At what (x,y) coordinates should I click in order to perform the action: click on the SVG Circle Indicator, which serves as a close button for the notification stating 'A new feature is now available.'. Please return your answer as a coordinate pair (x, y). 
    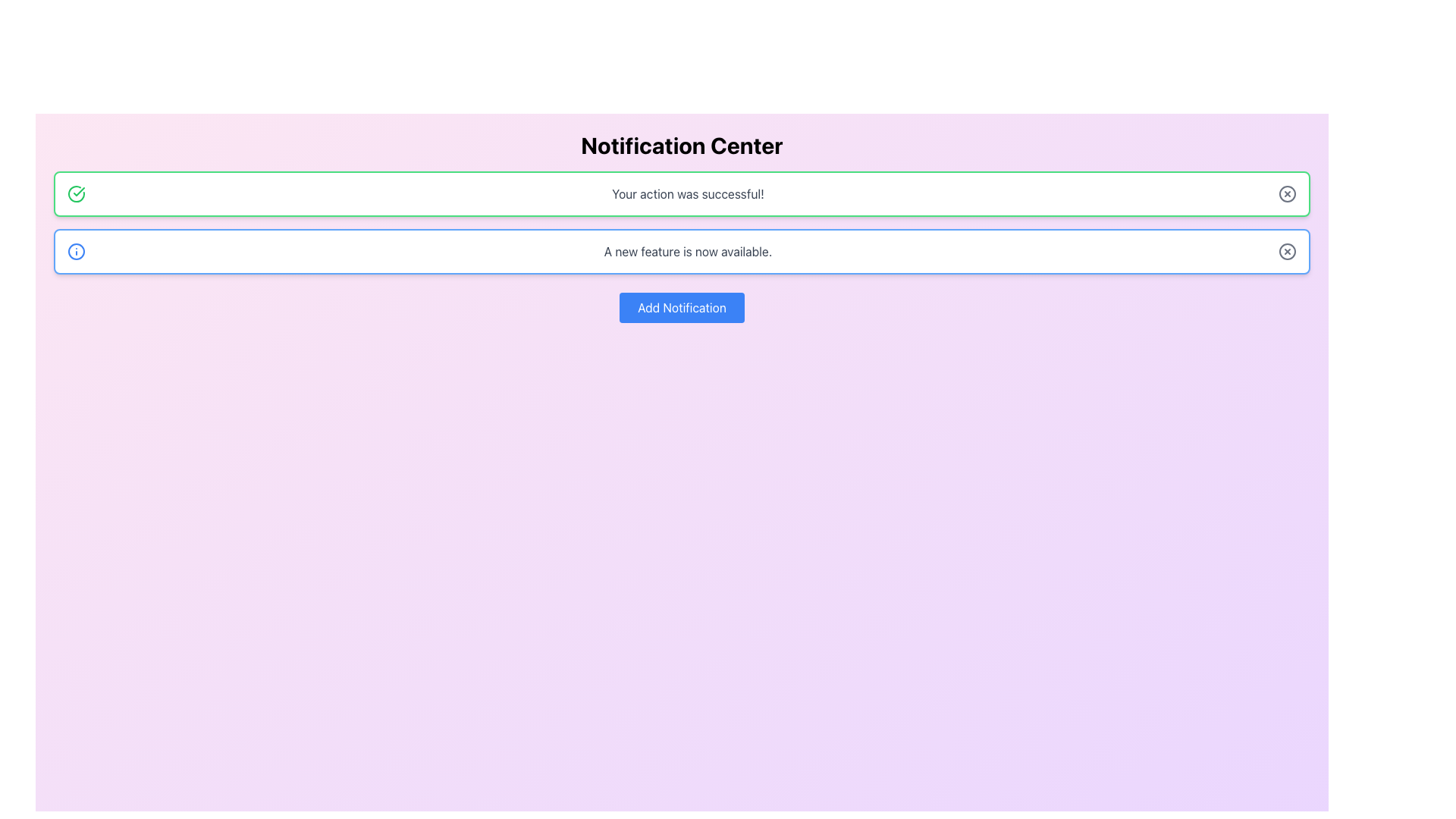
    Looking at the image, I should click on (1287, 250).